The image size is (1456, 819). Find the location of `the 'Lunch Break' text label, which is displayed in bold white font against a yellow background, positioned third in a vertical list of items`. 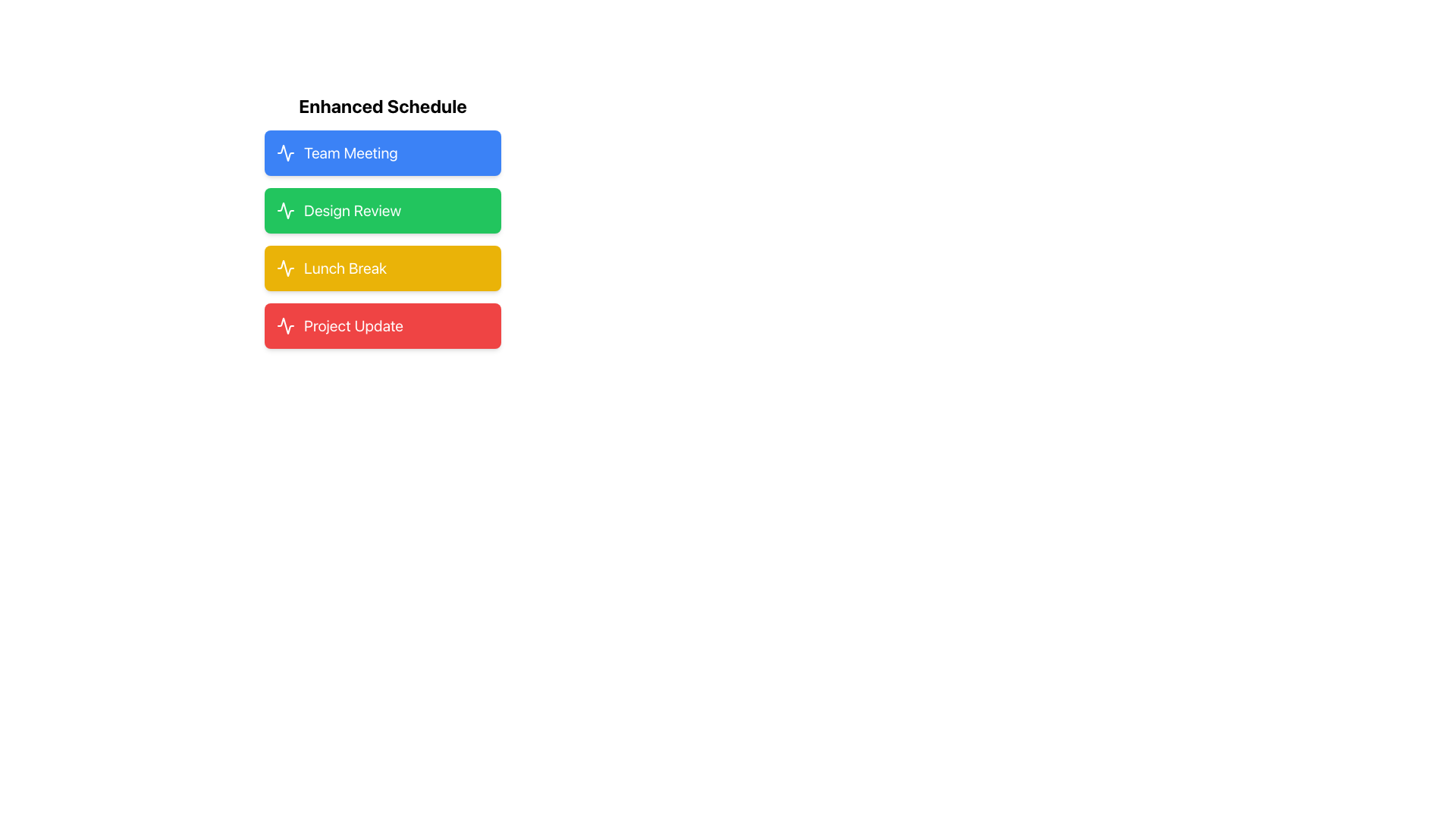

the 'Lunch Break' text label, which is displayed in bold white font against a yellow background, positioned third in a vertical list of items is located at coordinates (344, 268).